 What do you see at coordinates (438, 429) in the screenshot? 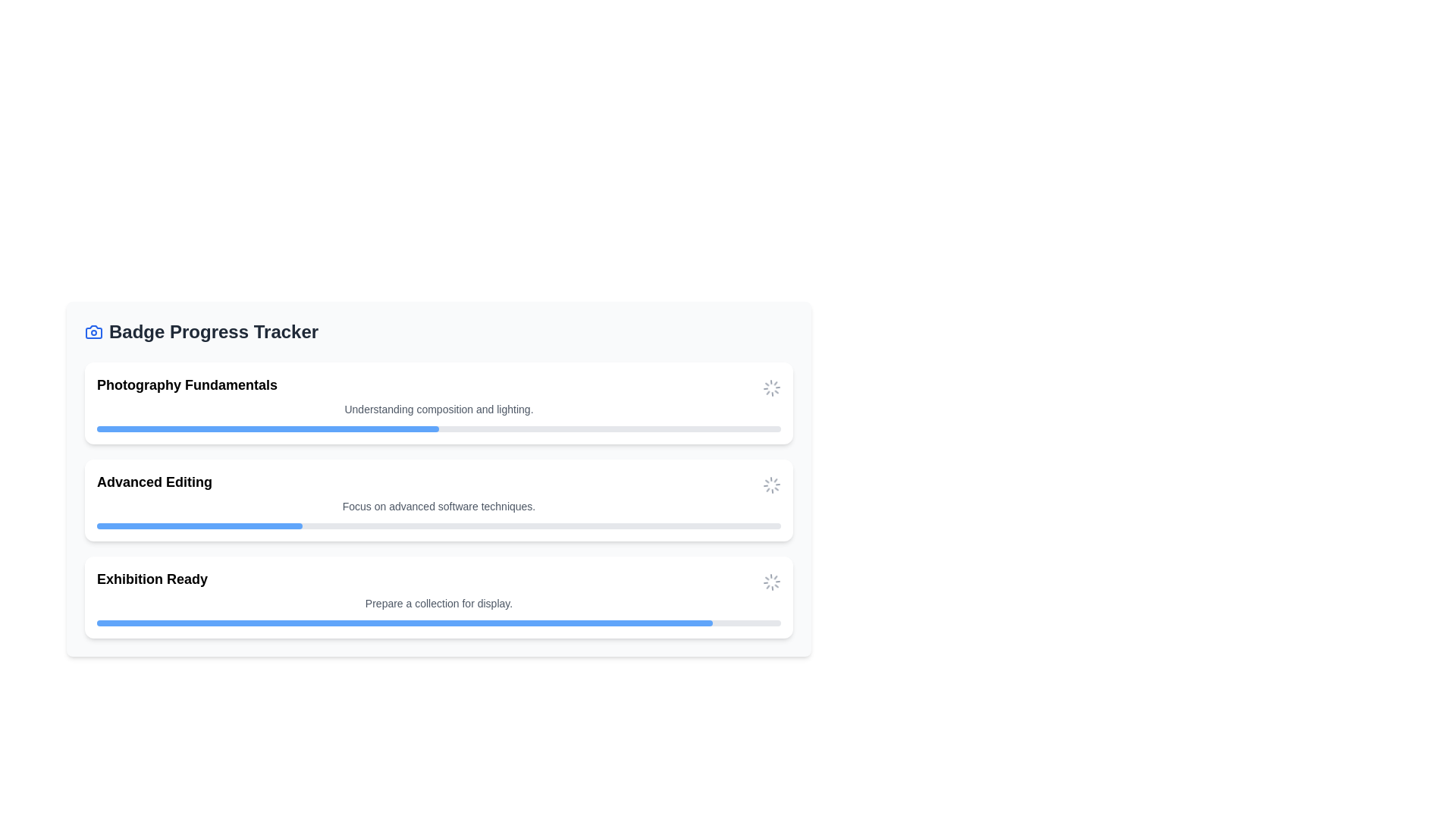
I see `the progress completion state of the horizontal progress bar located inside the 'Photography Fundamentals' box, directly below the description text 'Understanding composition and lighting'` at bounding box center [438, 429].